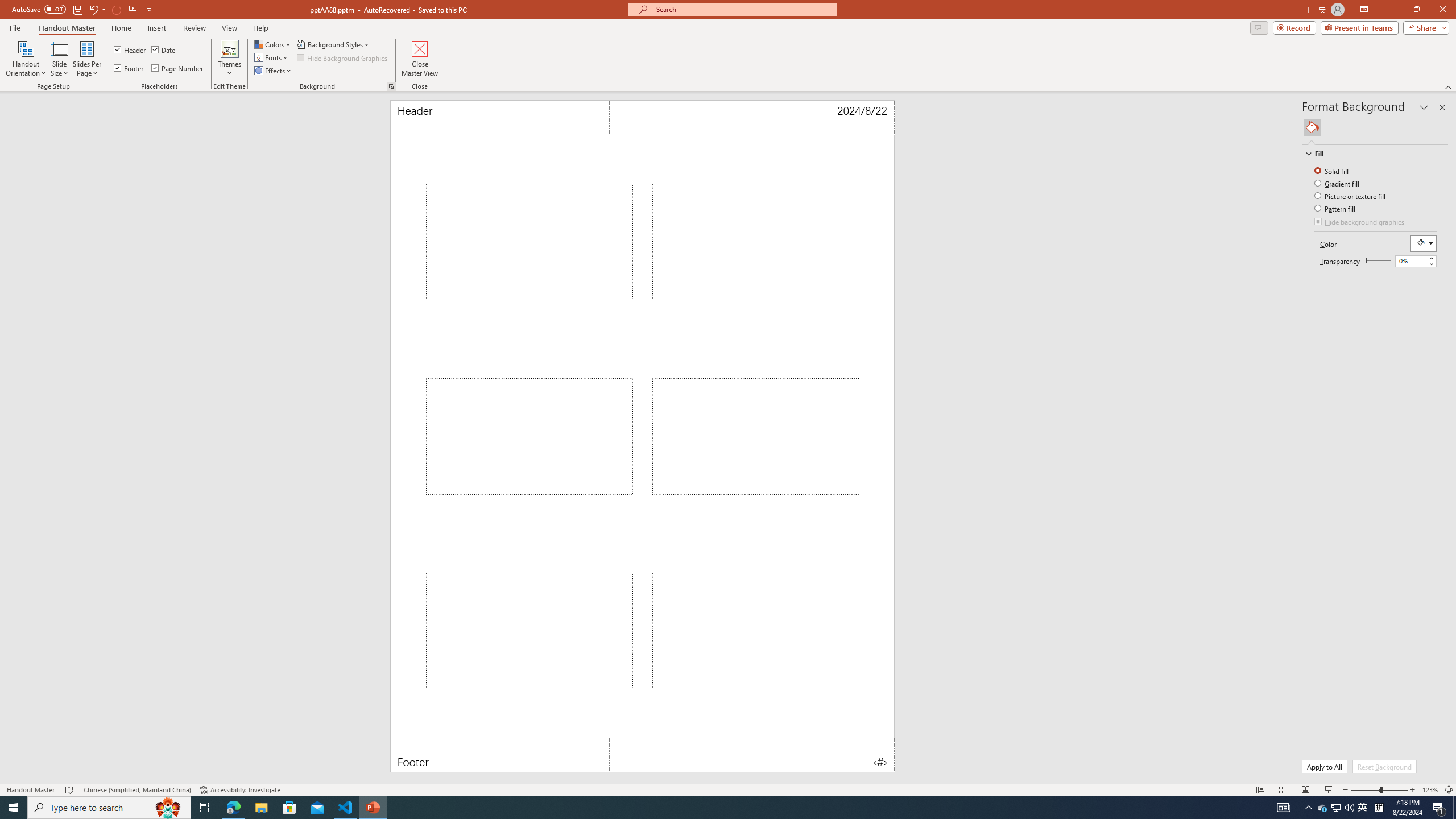 The width and height of the screenshot is (1456, 819). I want to click on 'Less', so click(1430, 263).